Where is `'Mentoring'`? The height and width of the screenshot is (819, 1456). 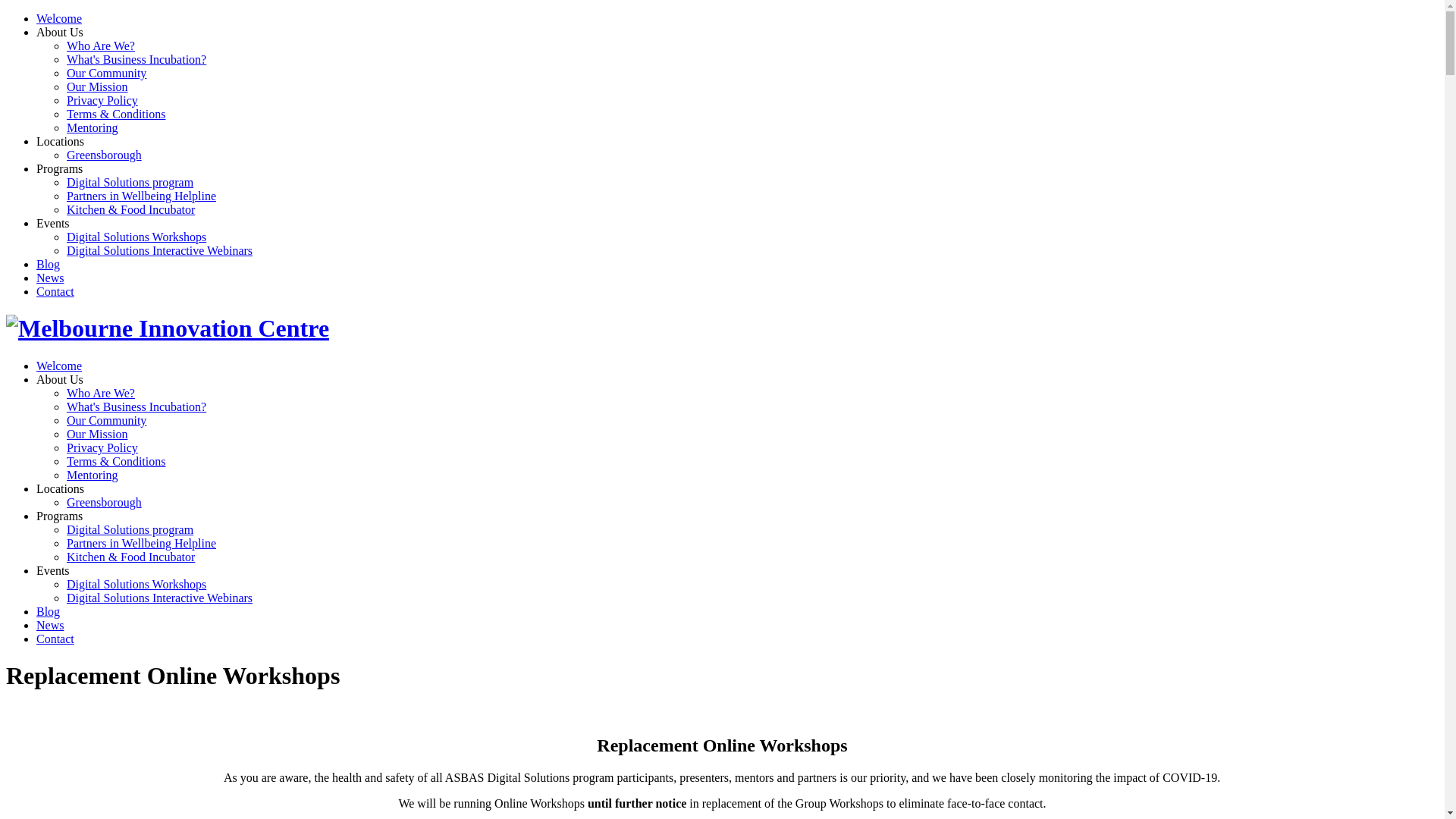 'Mentoring' is located at coordinates (91, 127).